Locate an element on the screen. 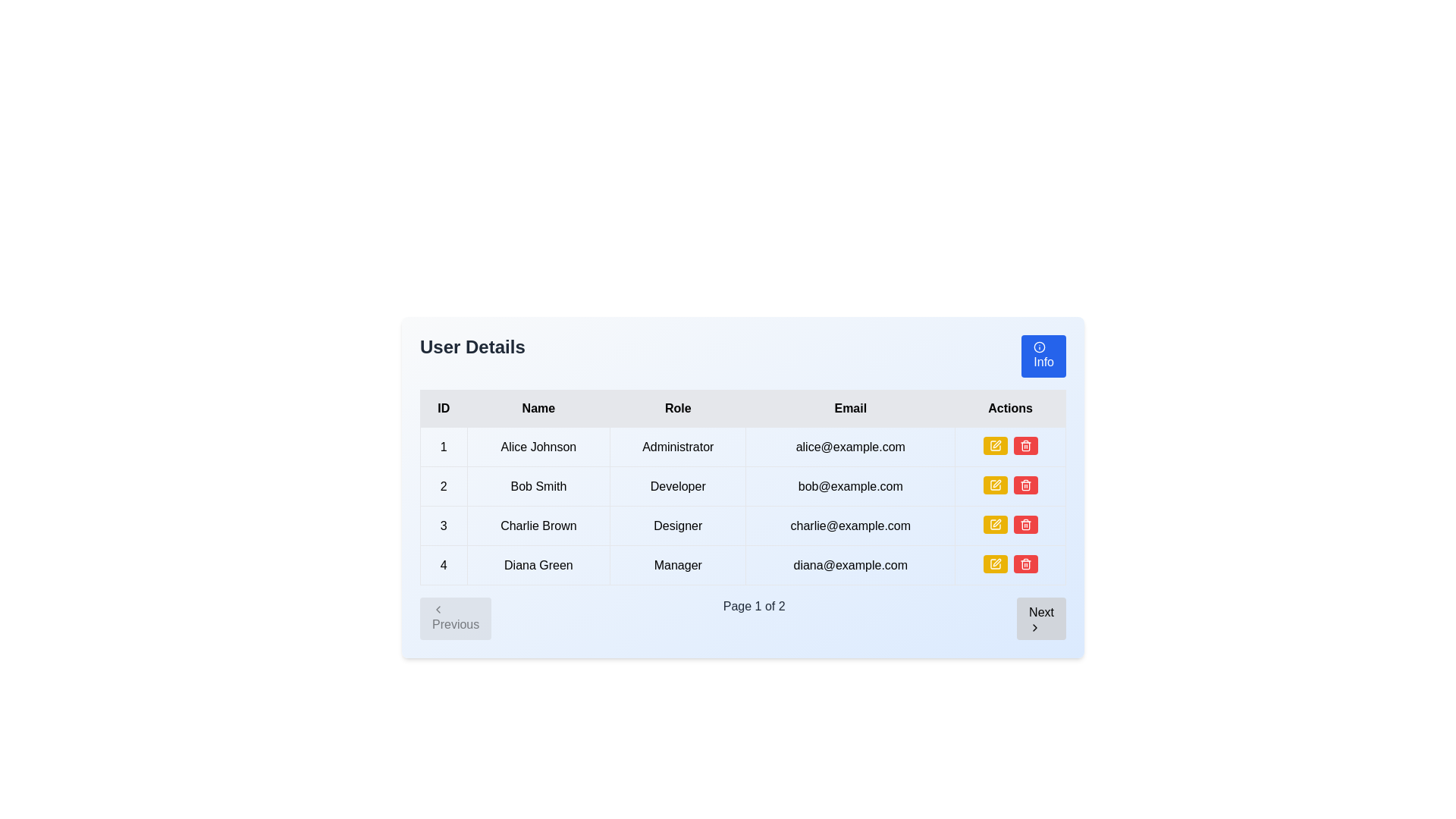 This screenshot has height=819, width=1456. the first icon in the third row of the 'Actions' column, which represents an editing or design action is located at coordinates (995, 523).